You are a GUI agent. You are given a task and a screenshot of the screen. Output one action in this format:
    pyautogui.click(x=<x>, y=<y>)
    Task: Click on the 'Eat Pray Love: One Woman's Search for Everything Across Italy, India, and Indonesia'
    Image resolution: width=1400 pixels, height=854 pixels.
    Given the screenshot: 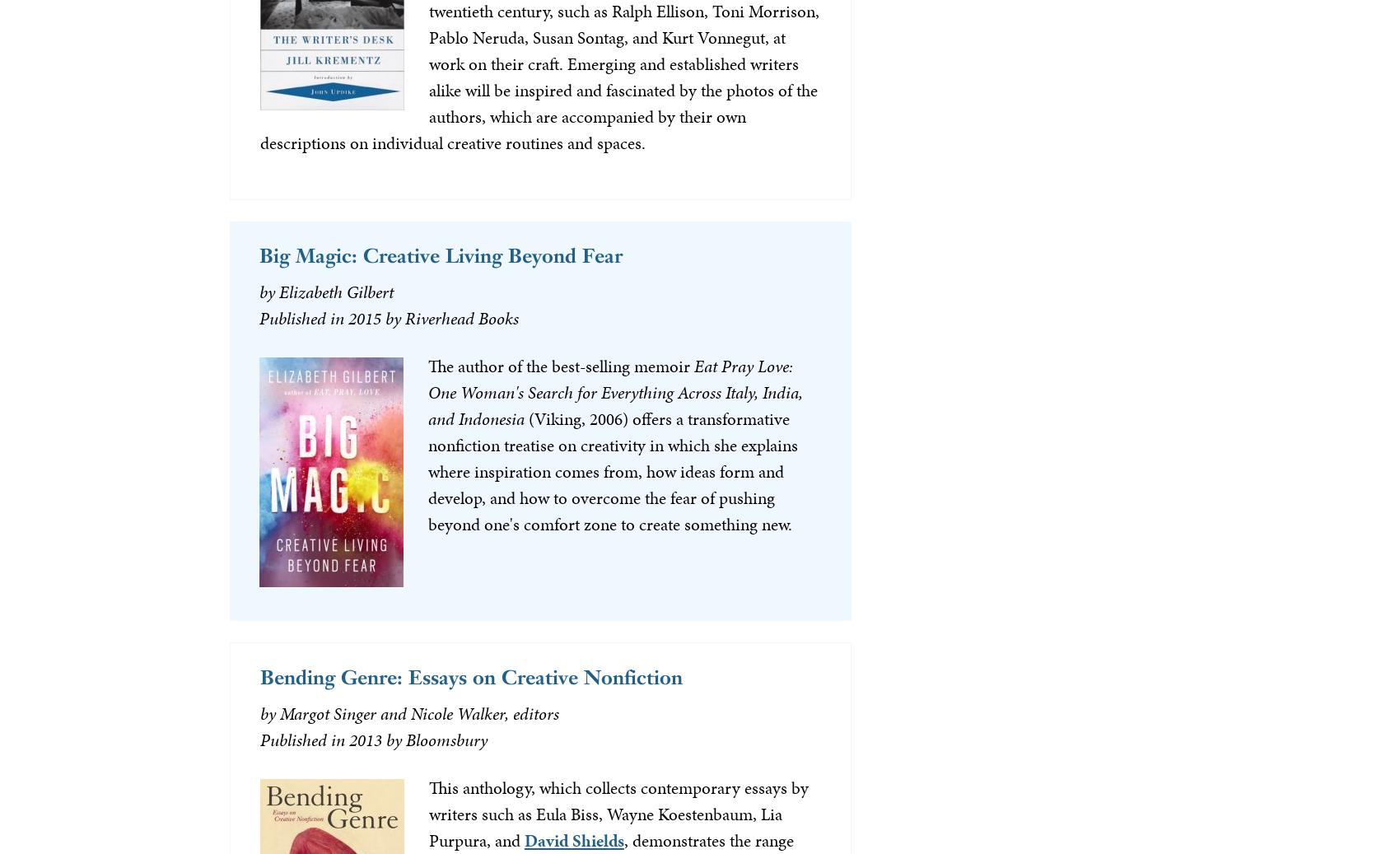 What is the action you would take?
    pyautogui.click(x=427, y=390)
    